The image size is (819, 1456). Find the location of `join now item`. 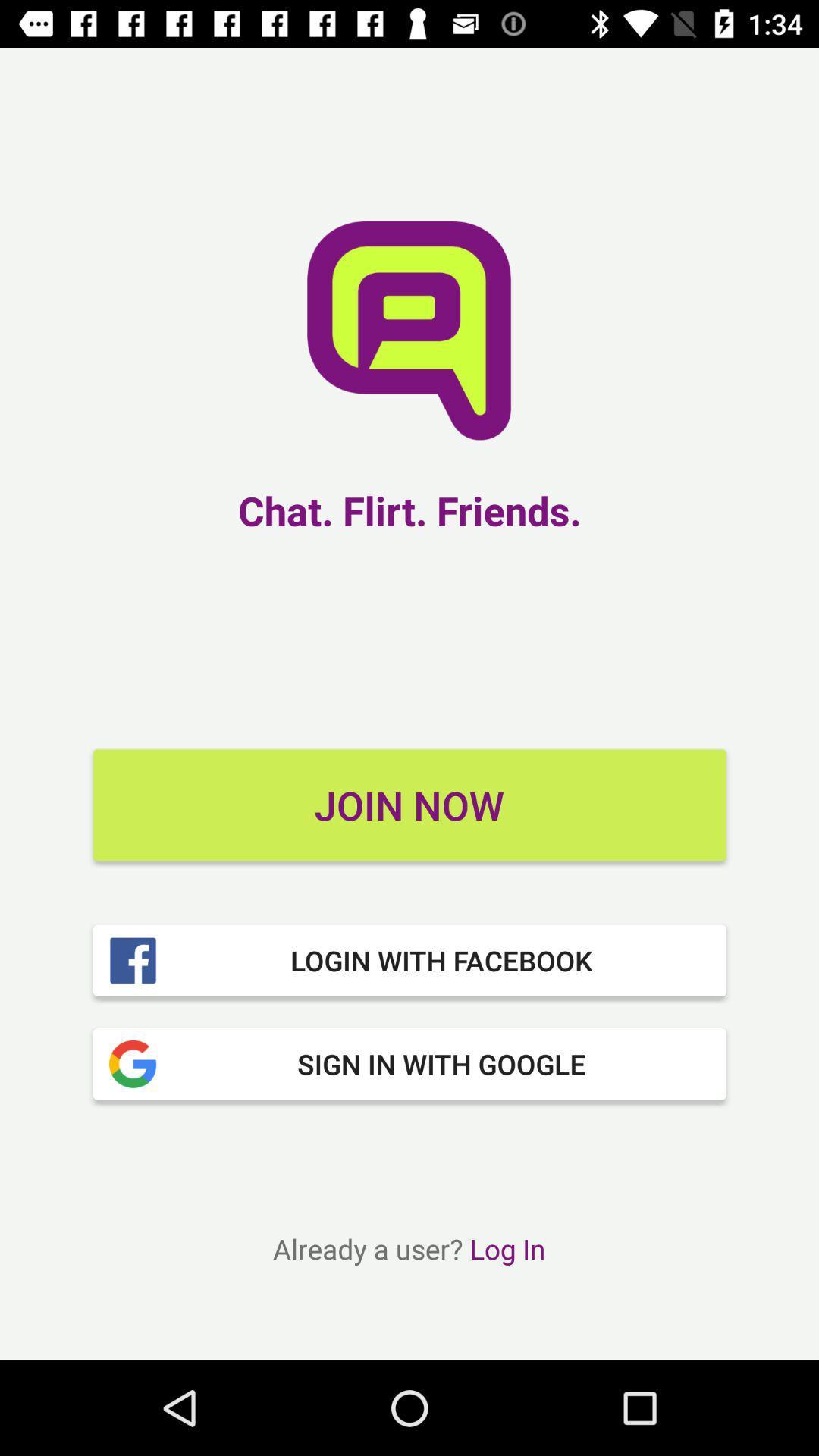

join now item is located at coordinates (409, 804).